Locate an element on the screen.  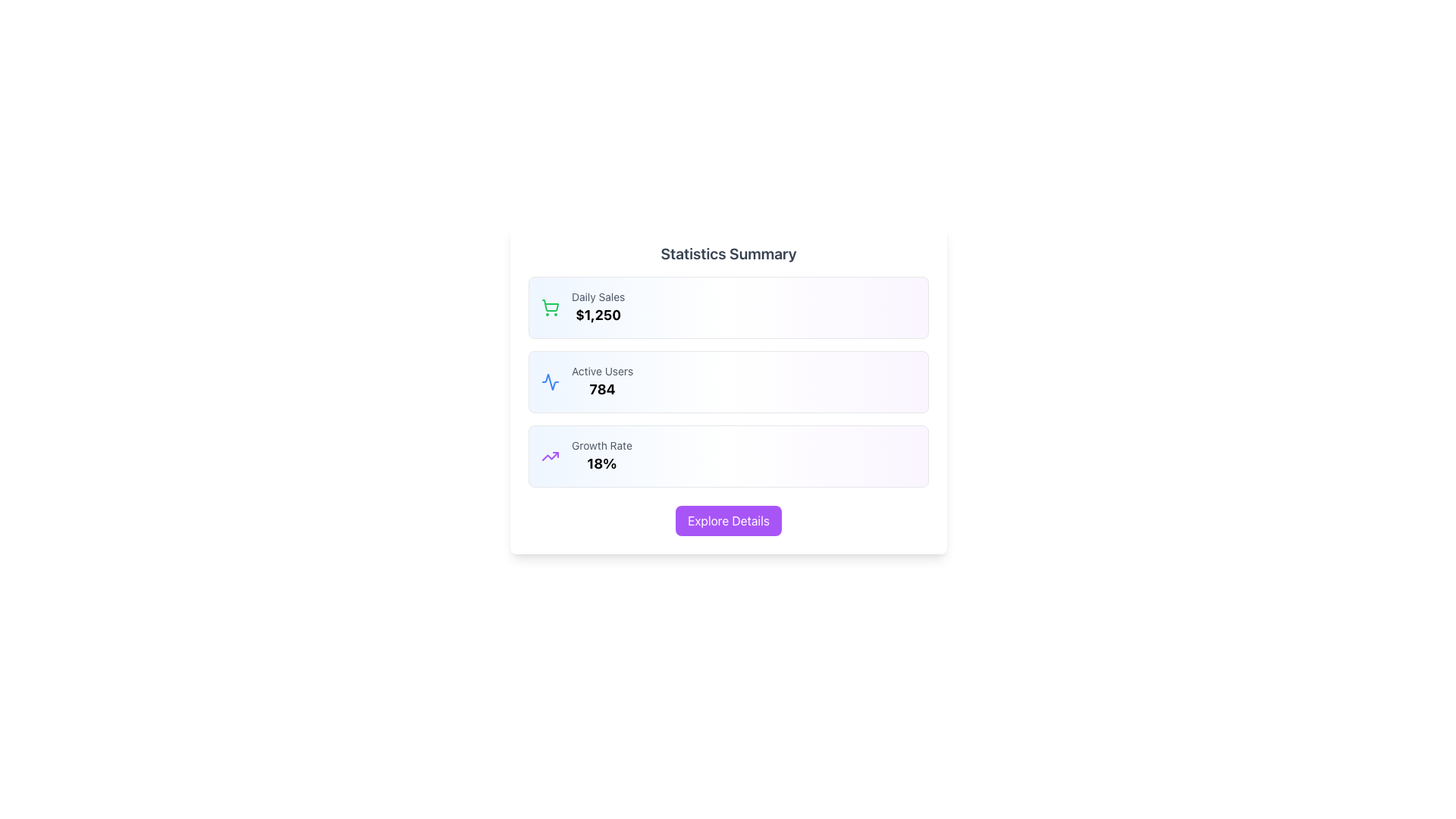
the 'Activity' icon located to the left of the 'Active Users' text within the second summary card, which displays the count '784' is located at coordinates (549, 381).